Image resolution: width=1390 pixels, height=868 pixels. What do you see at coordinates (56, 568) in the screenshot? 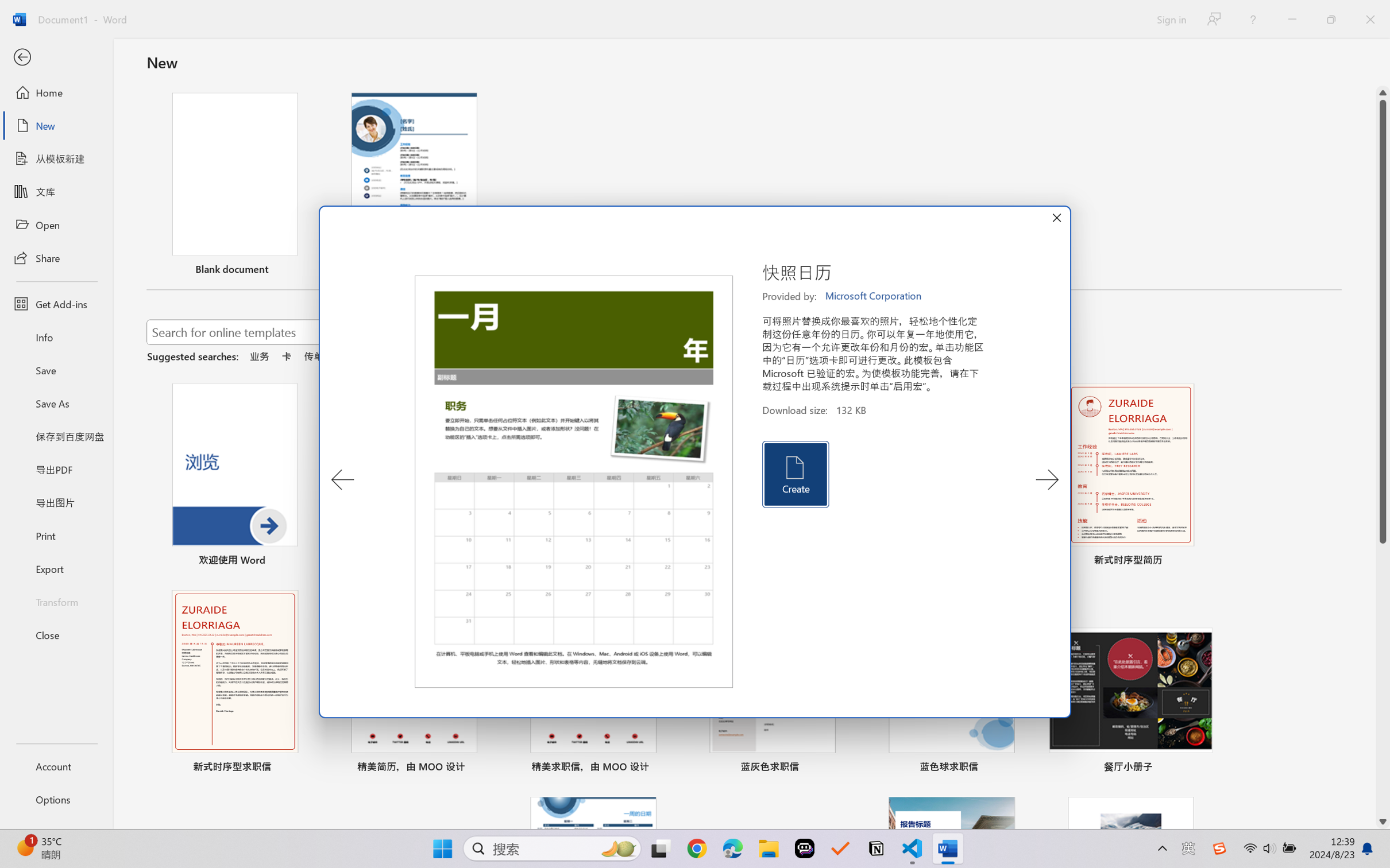
I see `'Export'` at bounding box center [56, 568].